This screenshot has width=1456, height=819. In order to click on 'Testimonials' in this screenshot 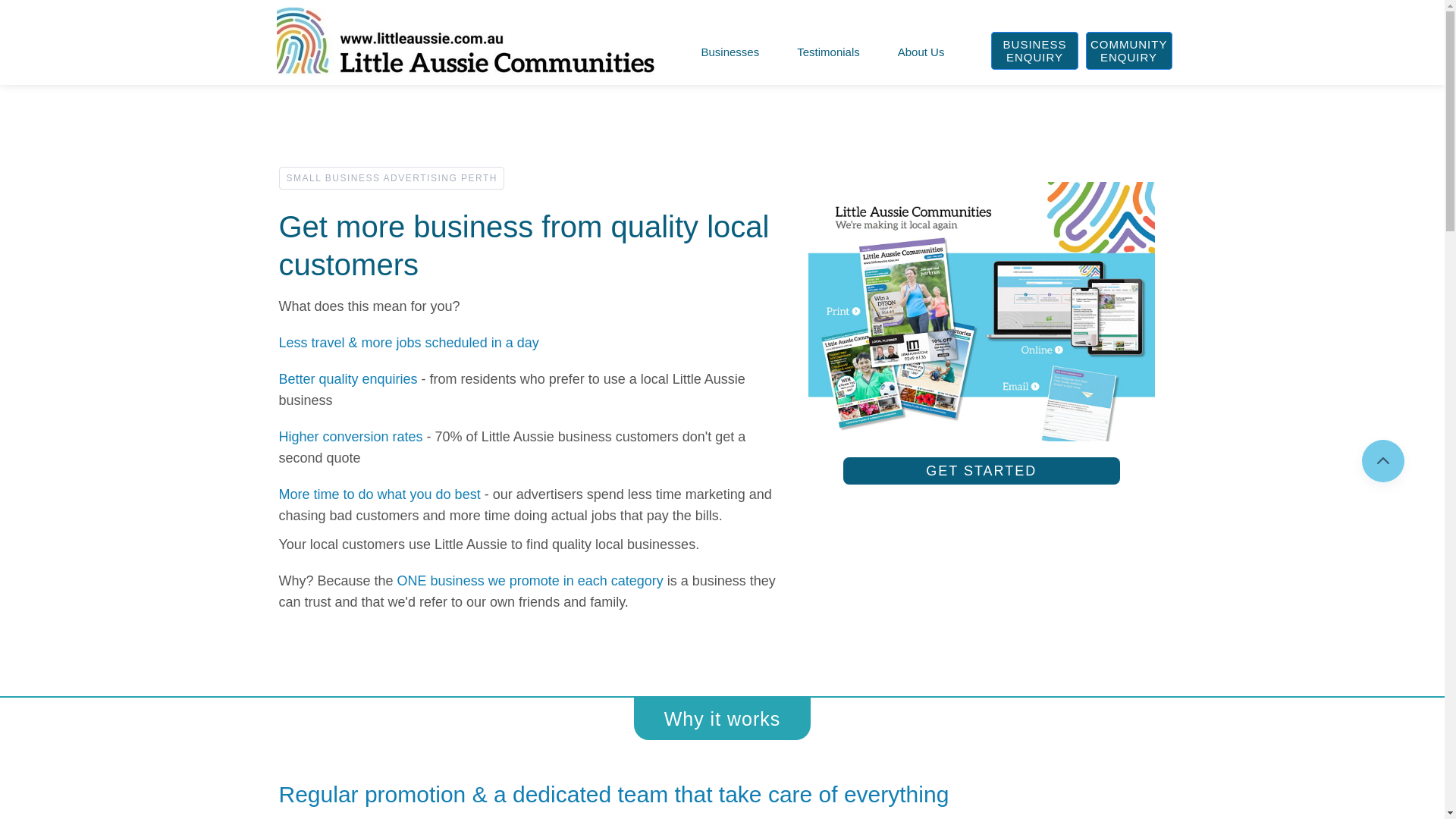, I will do `click(827, 52)`.